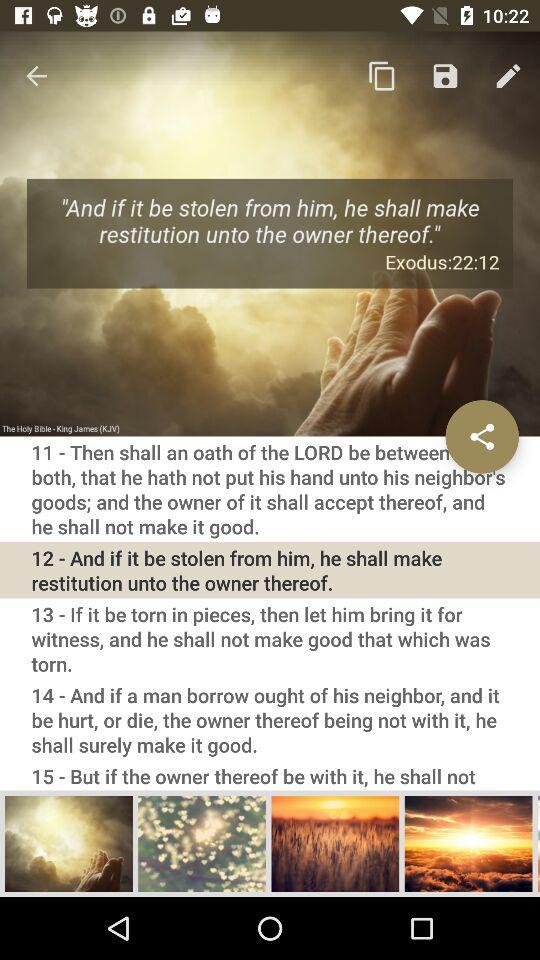 The width and height of the screenshot is (540, 960). Describe the element at coordinates (36, 76) in the screenshot. I see `the item at the top left corner` at that location.